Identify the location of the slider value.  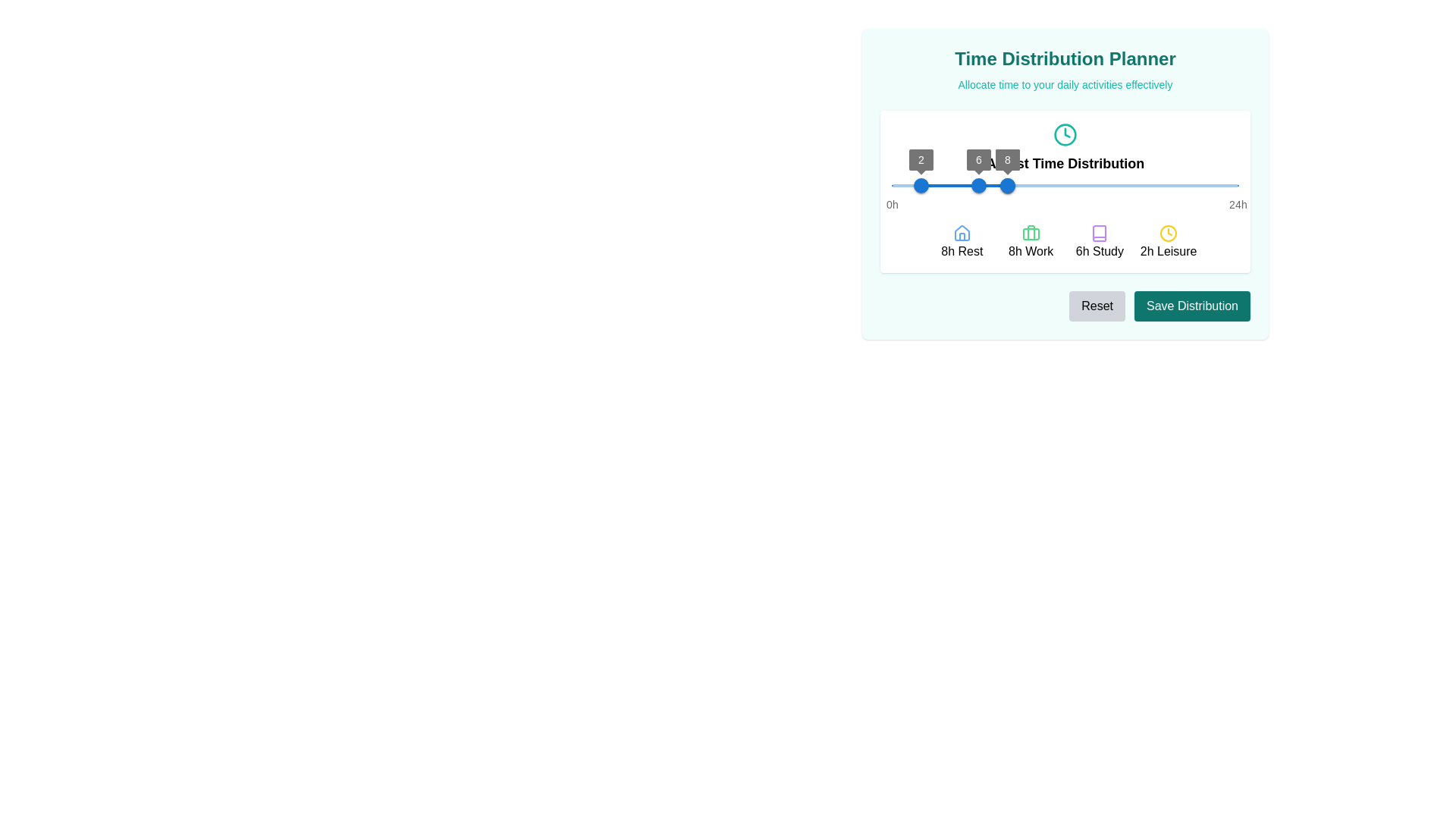
(957, 185).